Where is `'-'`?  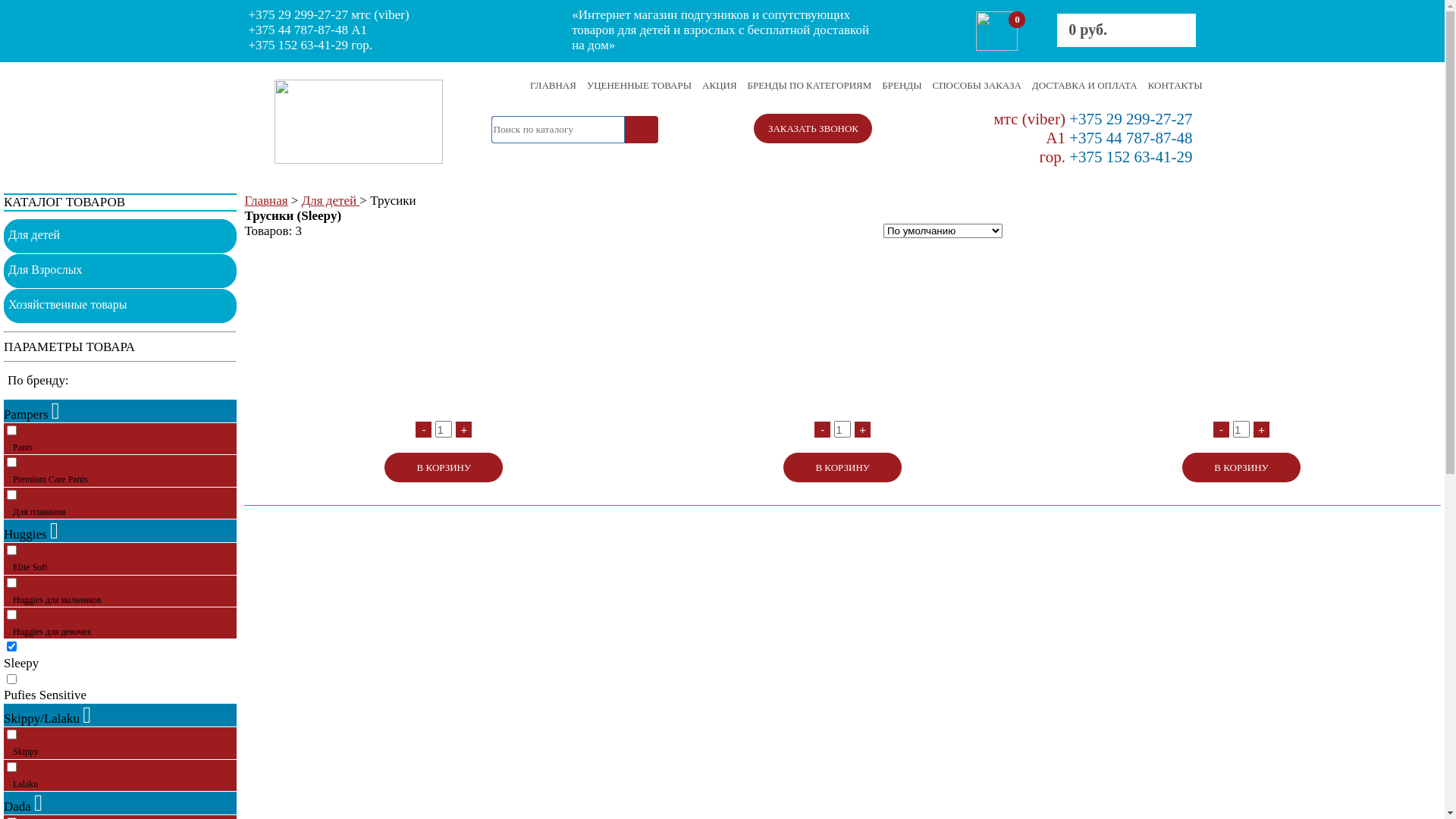
'-' is located at coordinates (821, 429).